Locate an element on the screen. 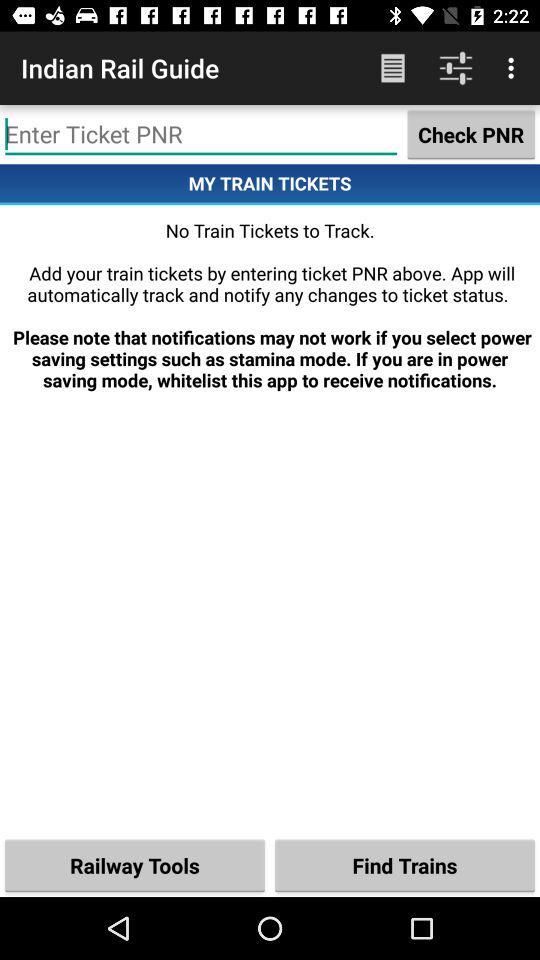 This screenshot has height=960, width=540. the check pnr is located at coordinates (471, 133).